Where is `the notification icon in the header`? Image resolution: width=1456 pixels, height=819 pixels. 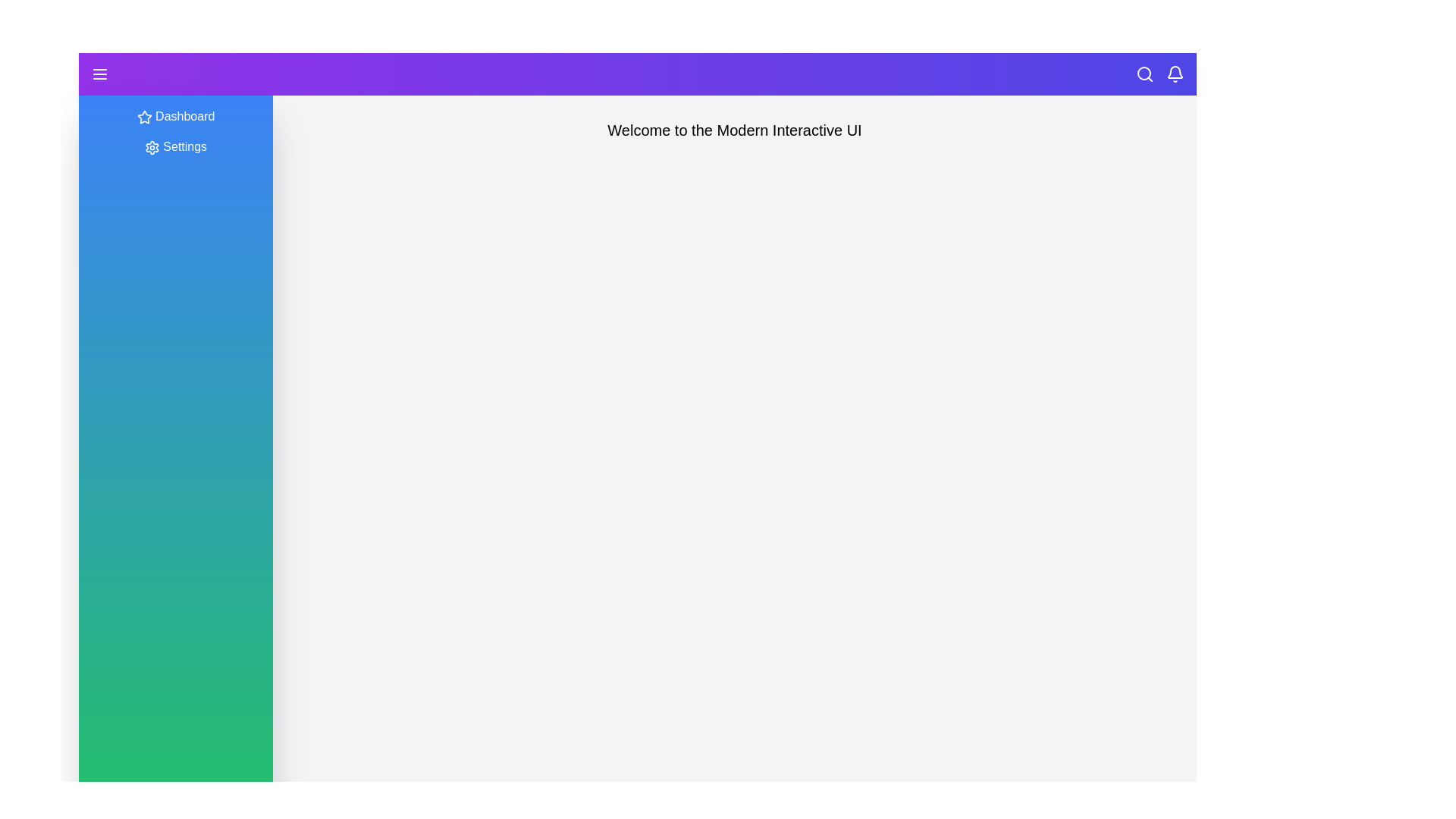
the notification icon in the header is located at coordinates (1175, 74).